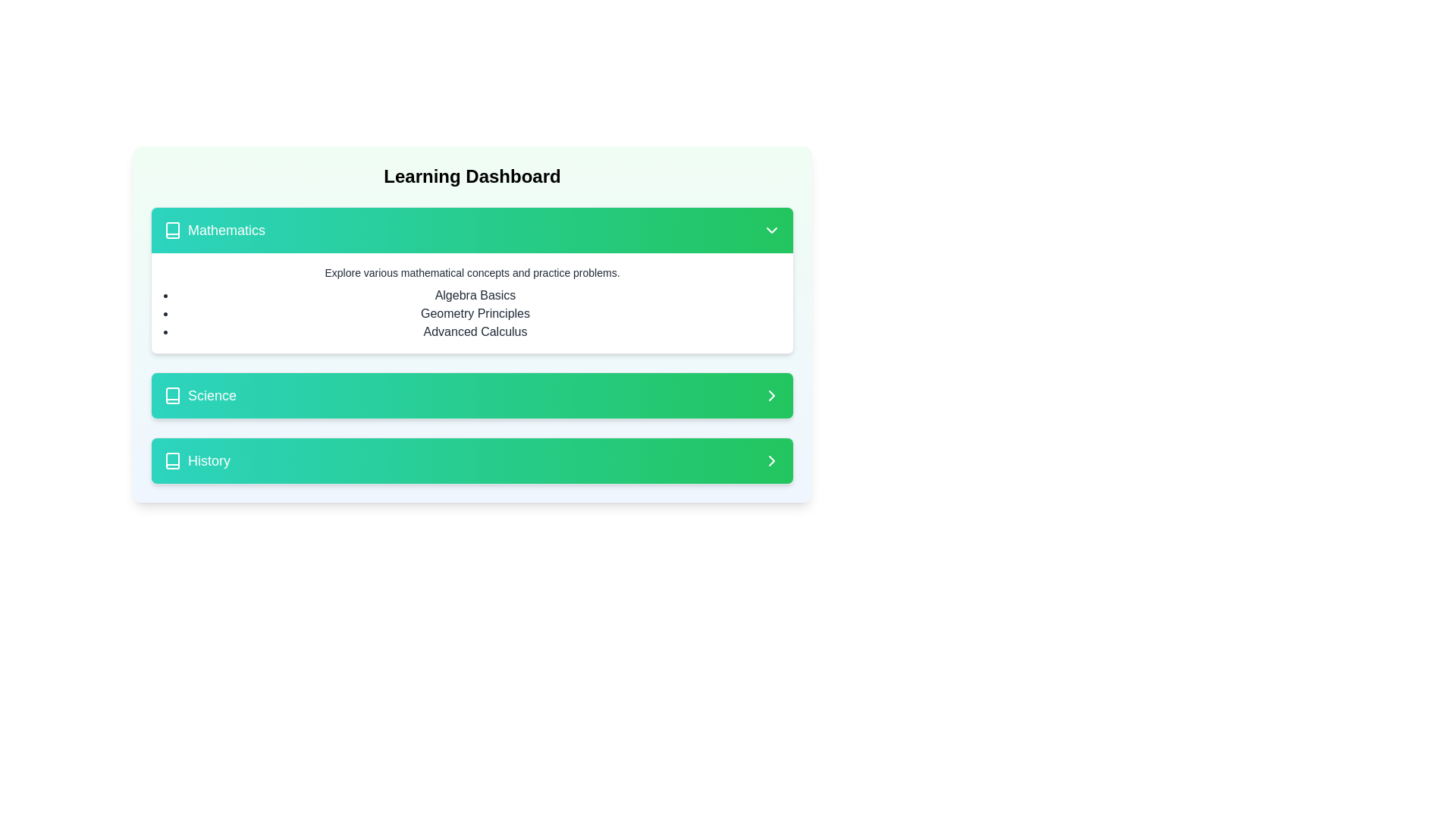  I want to click on the informative text block located within the 'Mathematics' card, positioned below the colorful header section, so click(472, 303).